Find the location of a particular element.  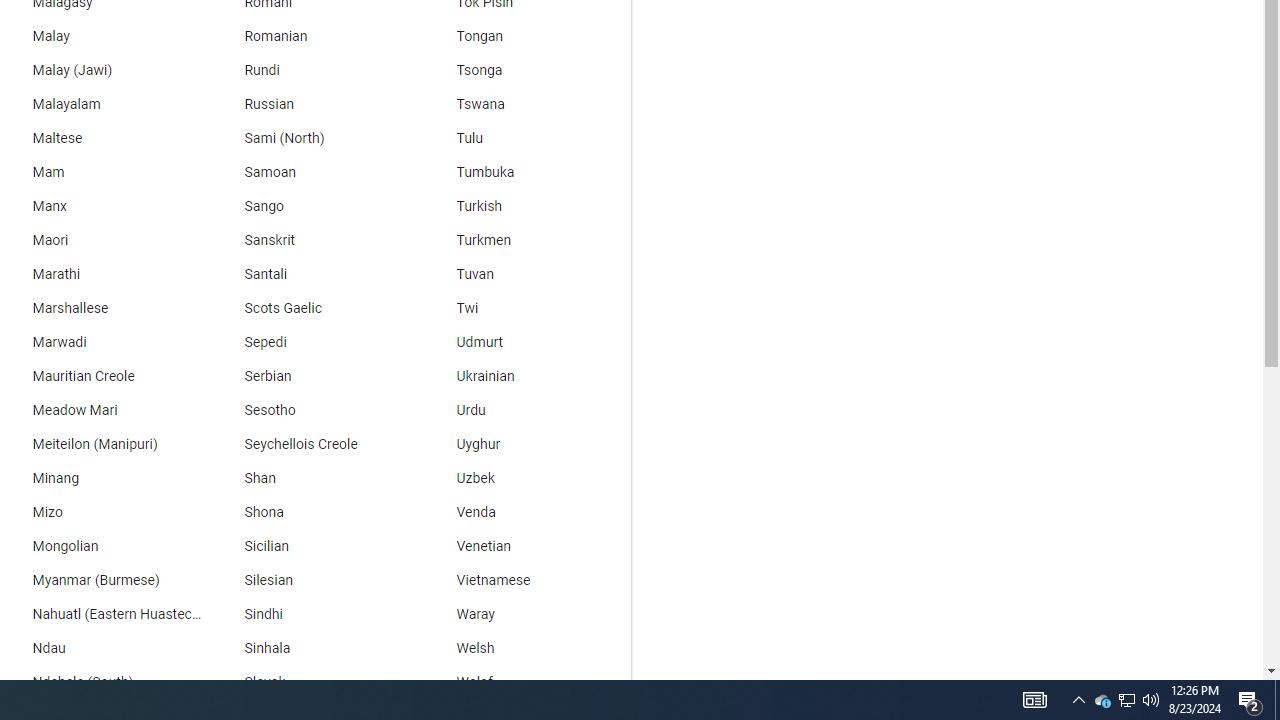

'Slovak' is located at coordinates (311, 681).